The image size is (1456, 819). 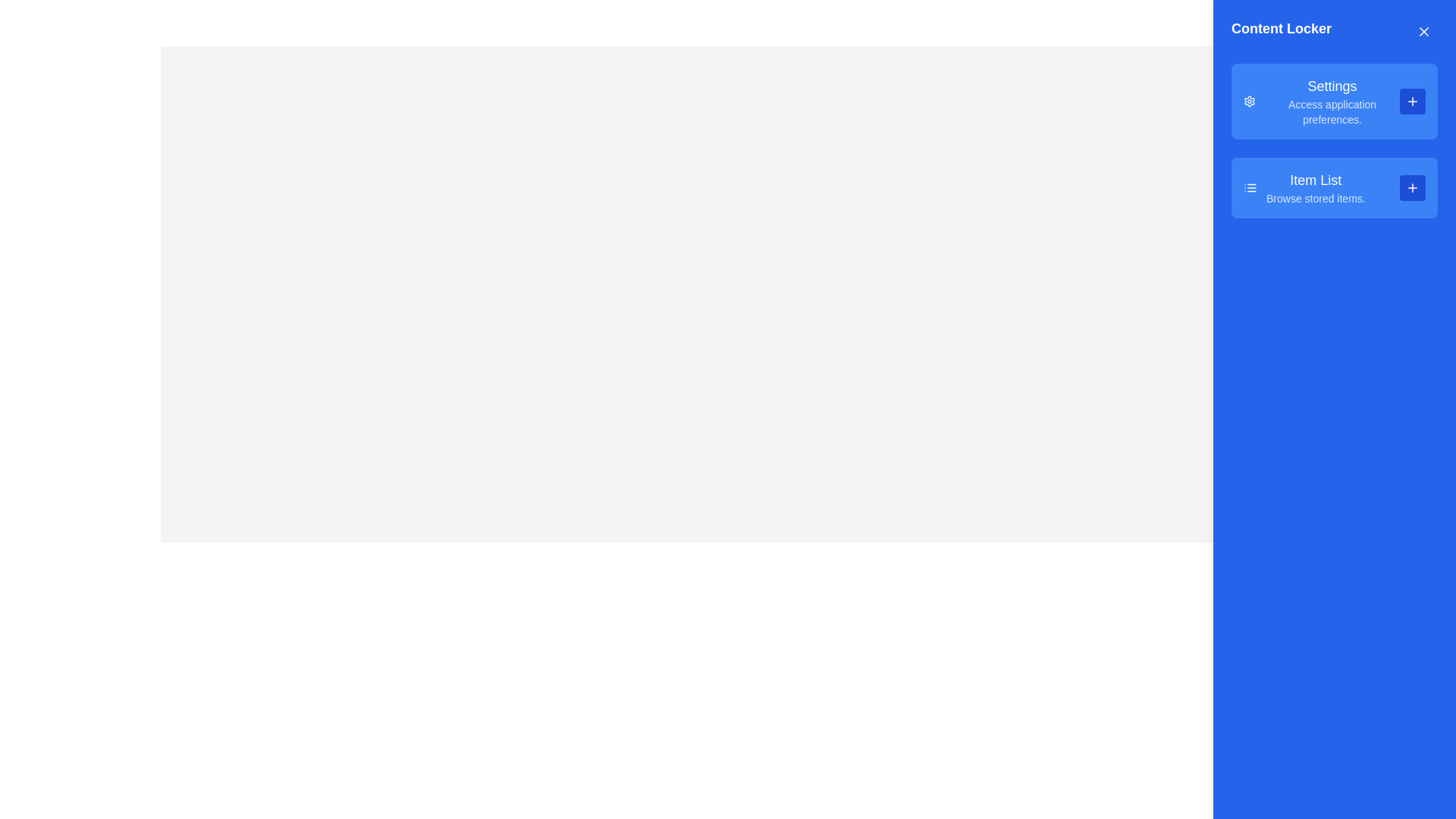 What do you see at coordinates (1411, 187) in the screenshot?
I see `the blue square button with rounded corners and a '+' icon at its center, located on the right side of the 'Item List' panel under 'Content Locker'` at bounding box center [1411, 187].